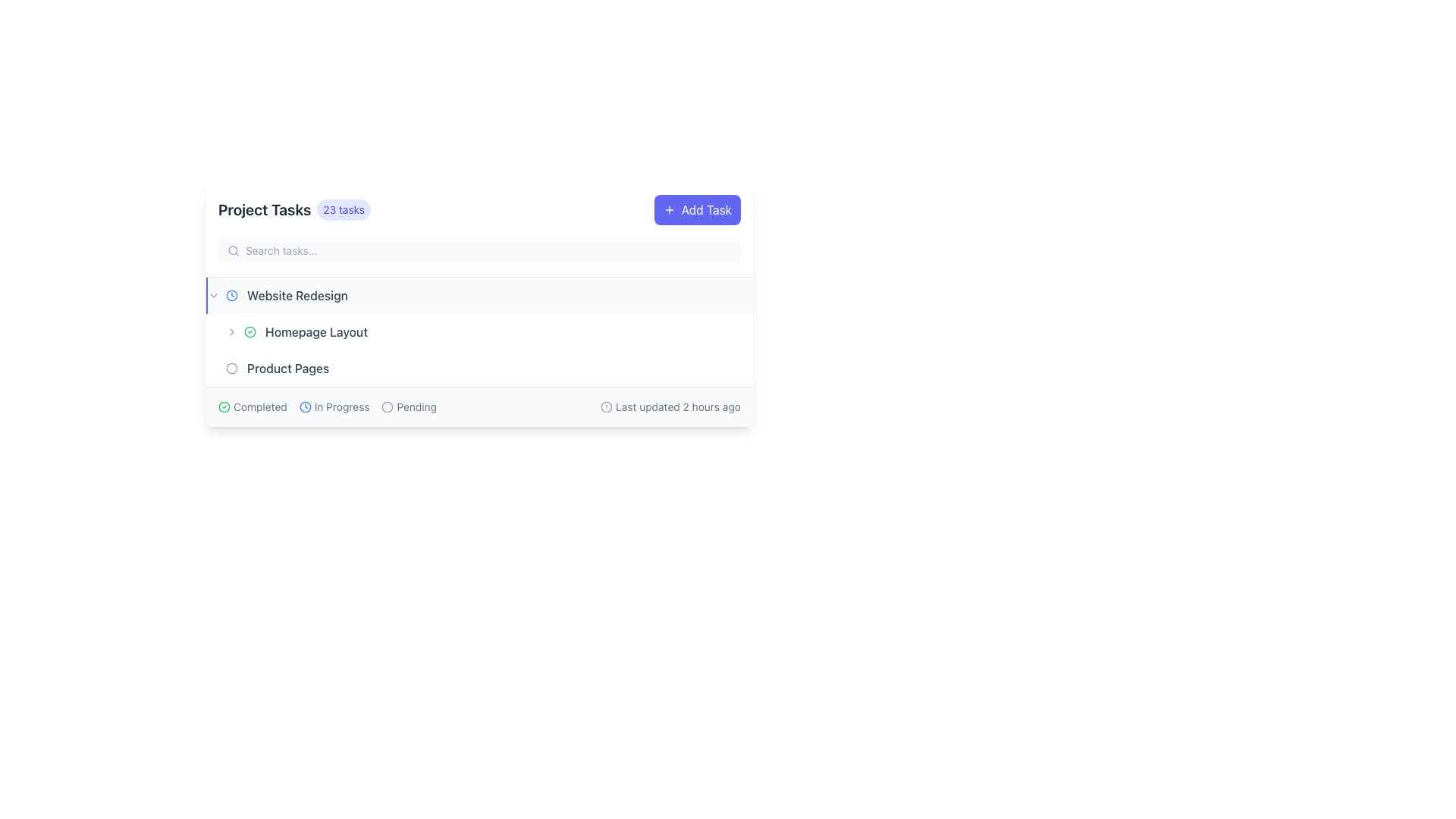 This screenshot has width=1456, height=819. What do you see at coordinates (297, 295) in the screenshot?
I see `text label displaying 'Website Redesign', which is styled in gray and positioned as the first item under 'Project Tasks' in the top task list` at bounding box center [297, 295].